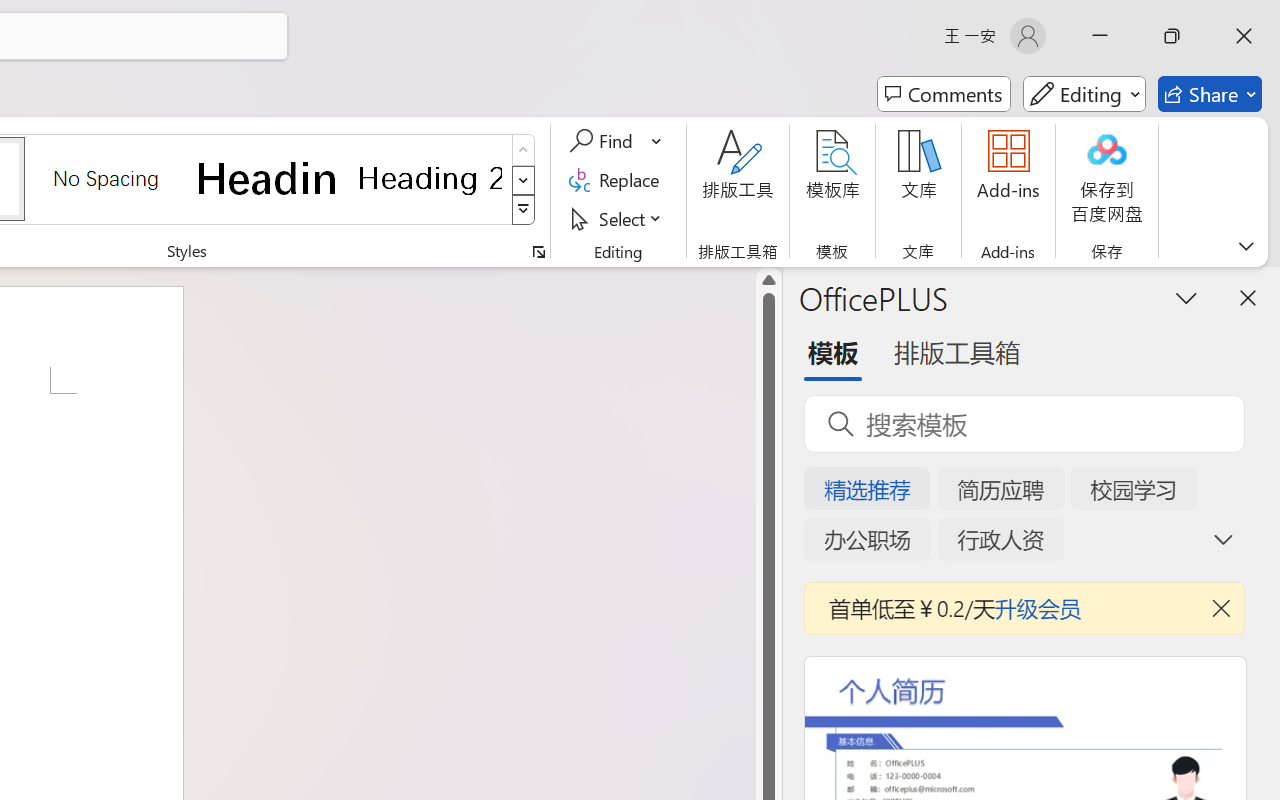 The height and width of the screenshot is (800, 1280). I want to click on 'Styles', so click(523, 210).